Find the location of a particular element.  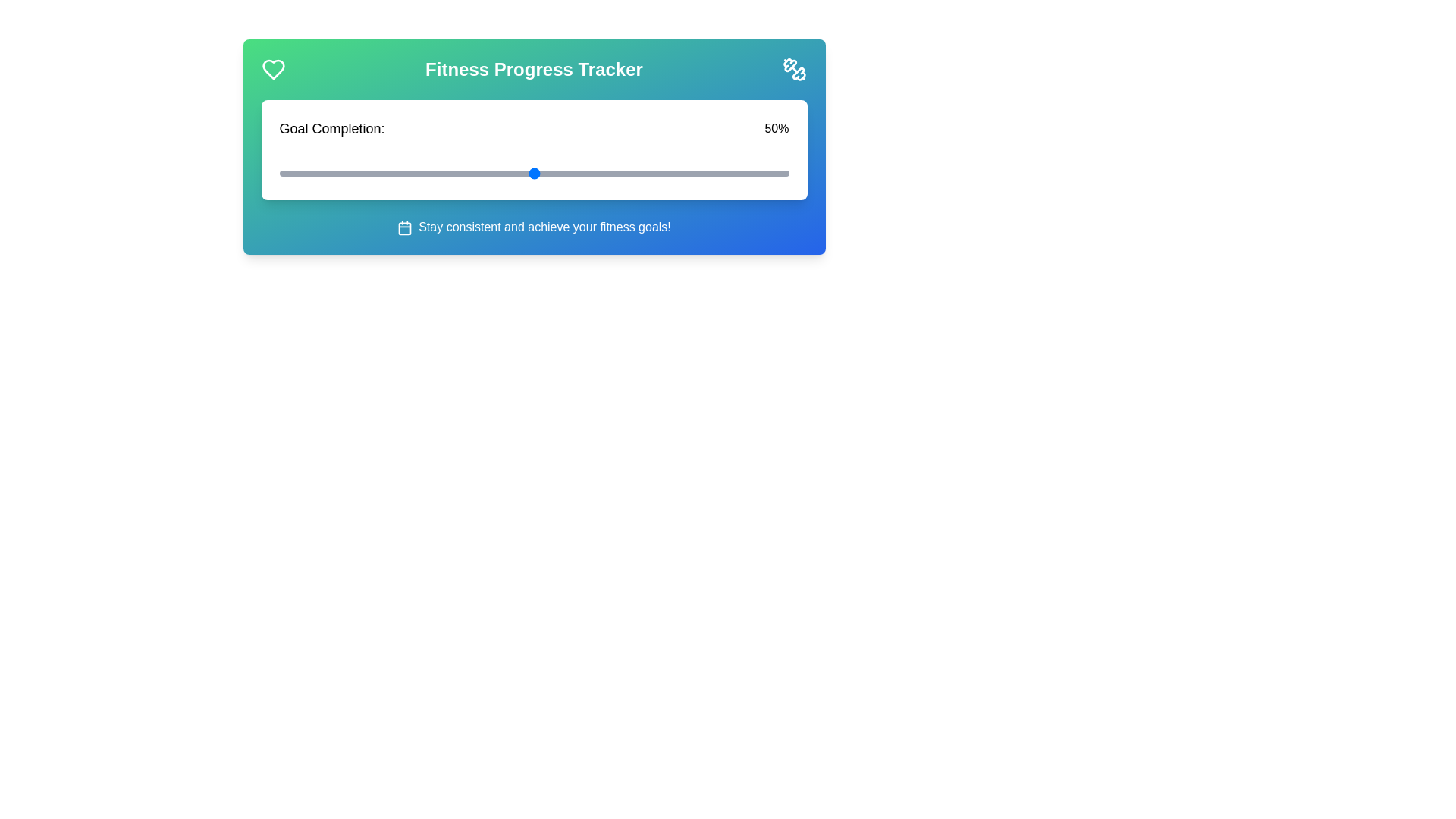

the slider to set the goal completion percentage to 16 is located at coordinates (359, 172).